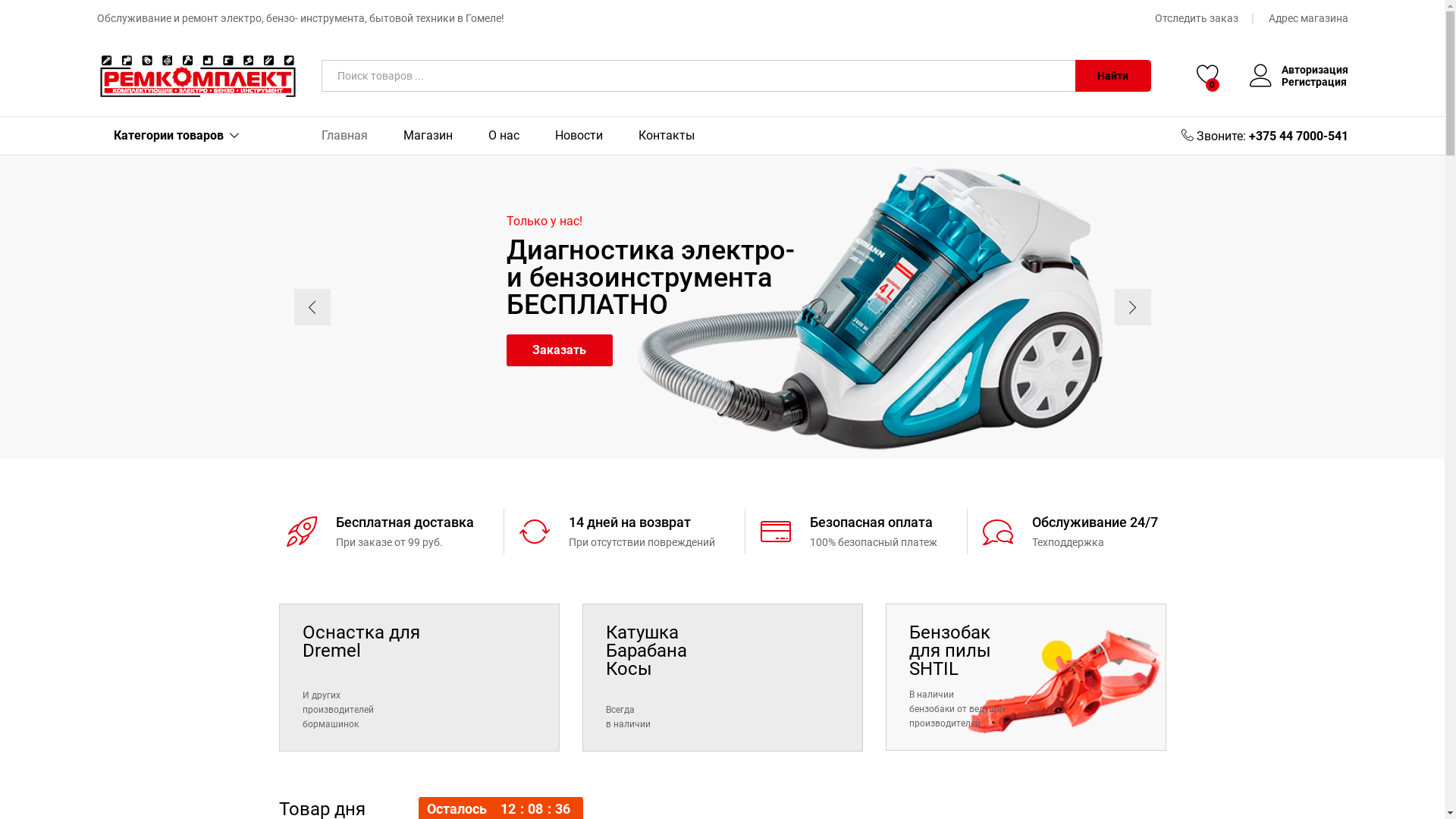 This screenshot has width=1456, height=819. What do you see at coordinates (1196, 76) in the screenshot?
I see `'0'` at bounding box center [1196, 76].